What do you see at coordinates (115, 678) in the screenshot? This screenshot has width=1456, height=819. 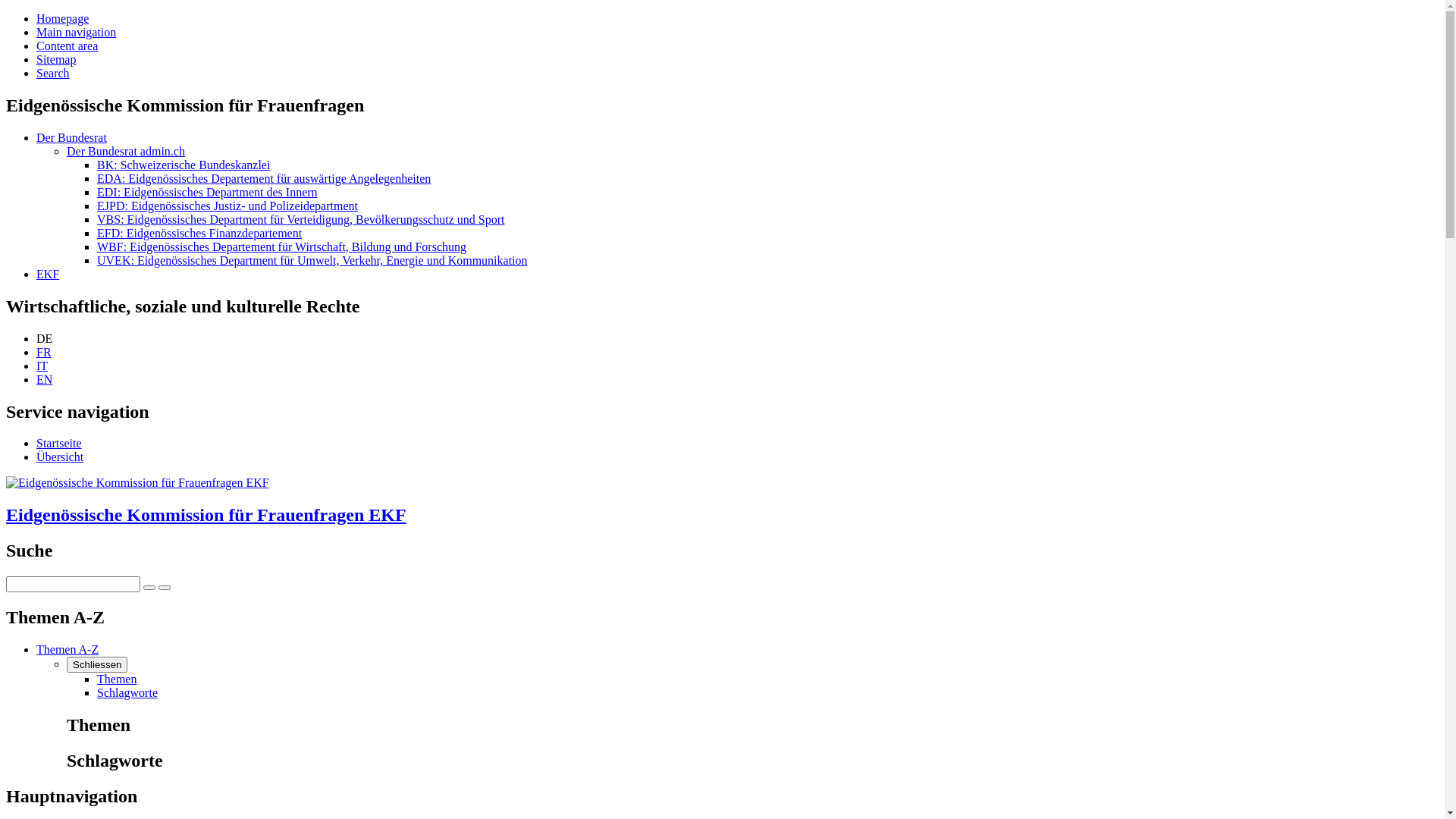 I see `'Themen'` at bounding box center [115, 678].